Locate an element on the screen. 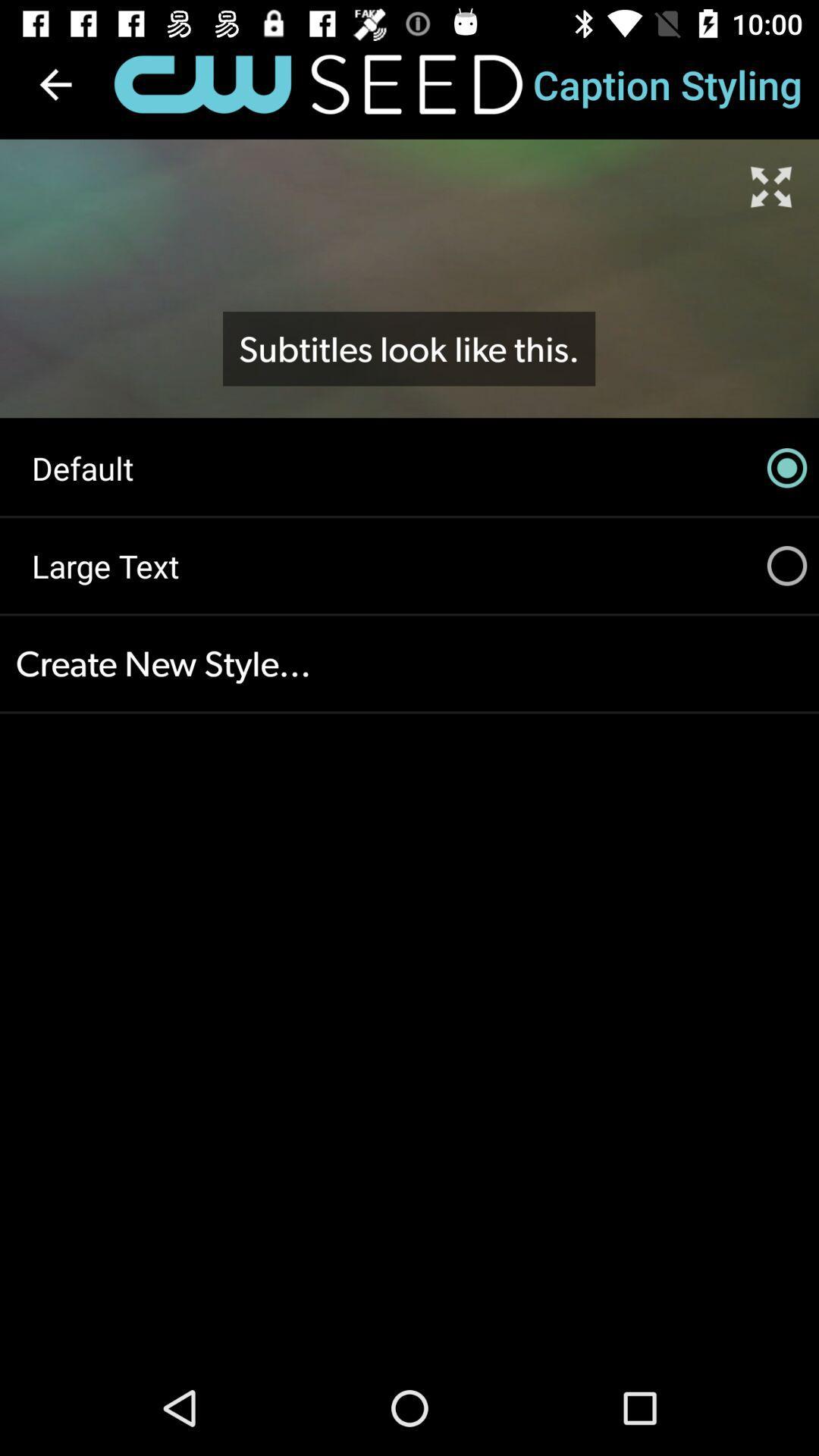 Image resolution: width=819 pixels, height=1456 pixels. the icon above the create new style... is located at coordinates (409, 565).